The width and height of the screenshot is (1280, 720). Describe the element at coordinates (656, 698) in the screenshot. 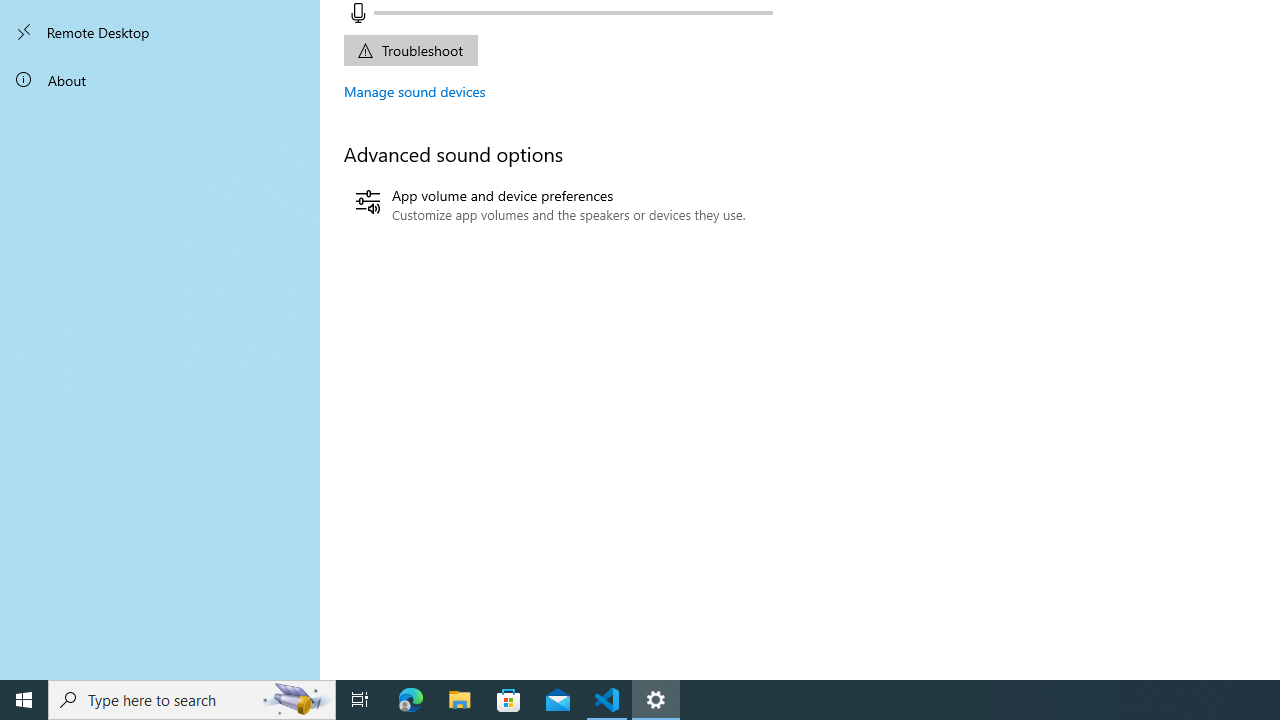

I see `'Settings - 1 running window'` at that location.